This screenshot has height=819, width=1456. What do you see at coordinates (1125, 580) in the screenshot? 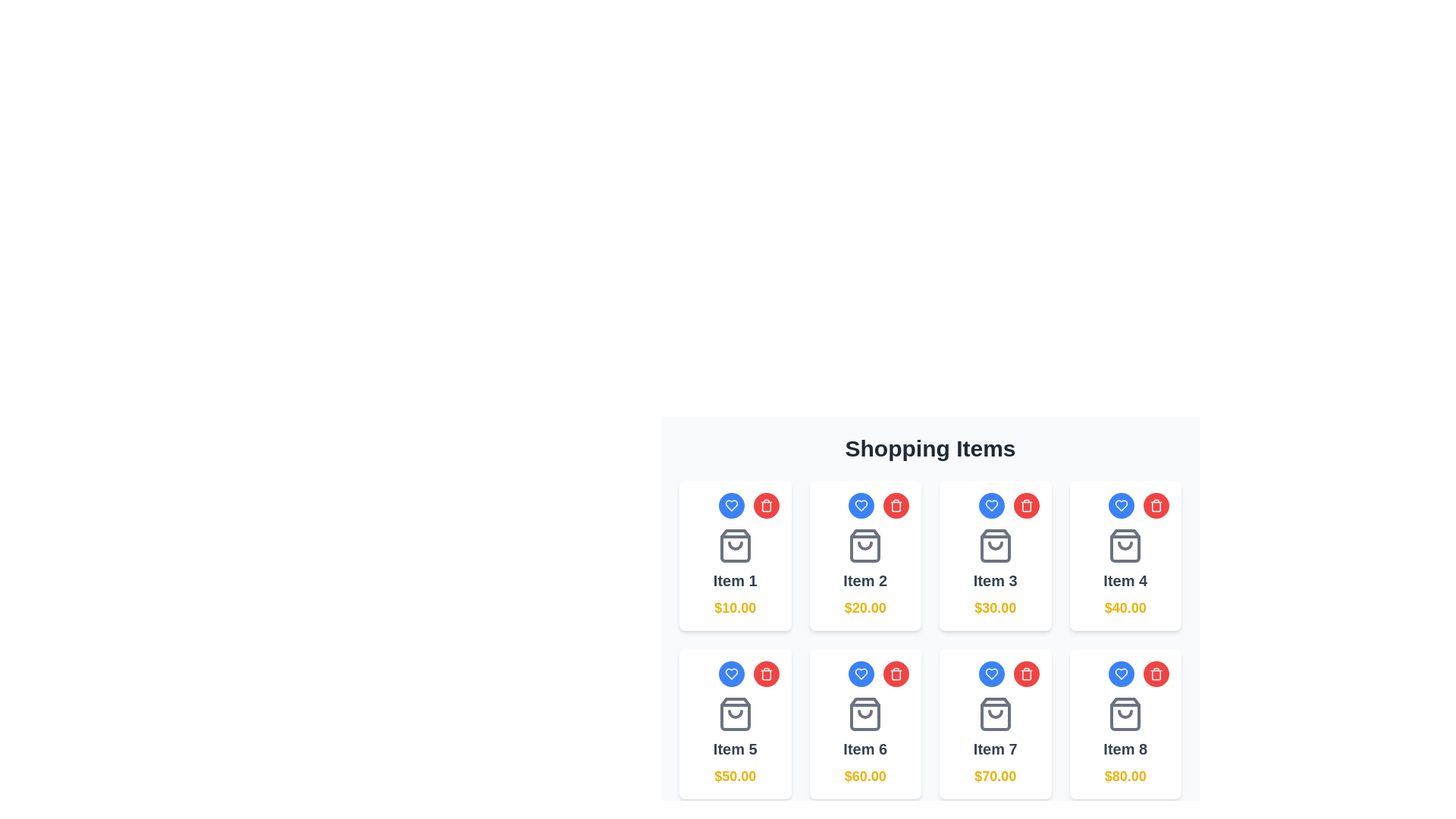
I see `text content displayed in the card for 'Item 4' priced at $40.00 located in the second row, fourth column of the grid layout` at bounding box center [1125, 580].